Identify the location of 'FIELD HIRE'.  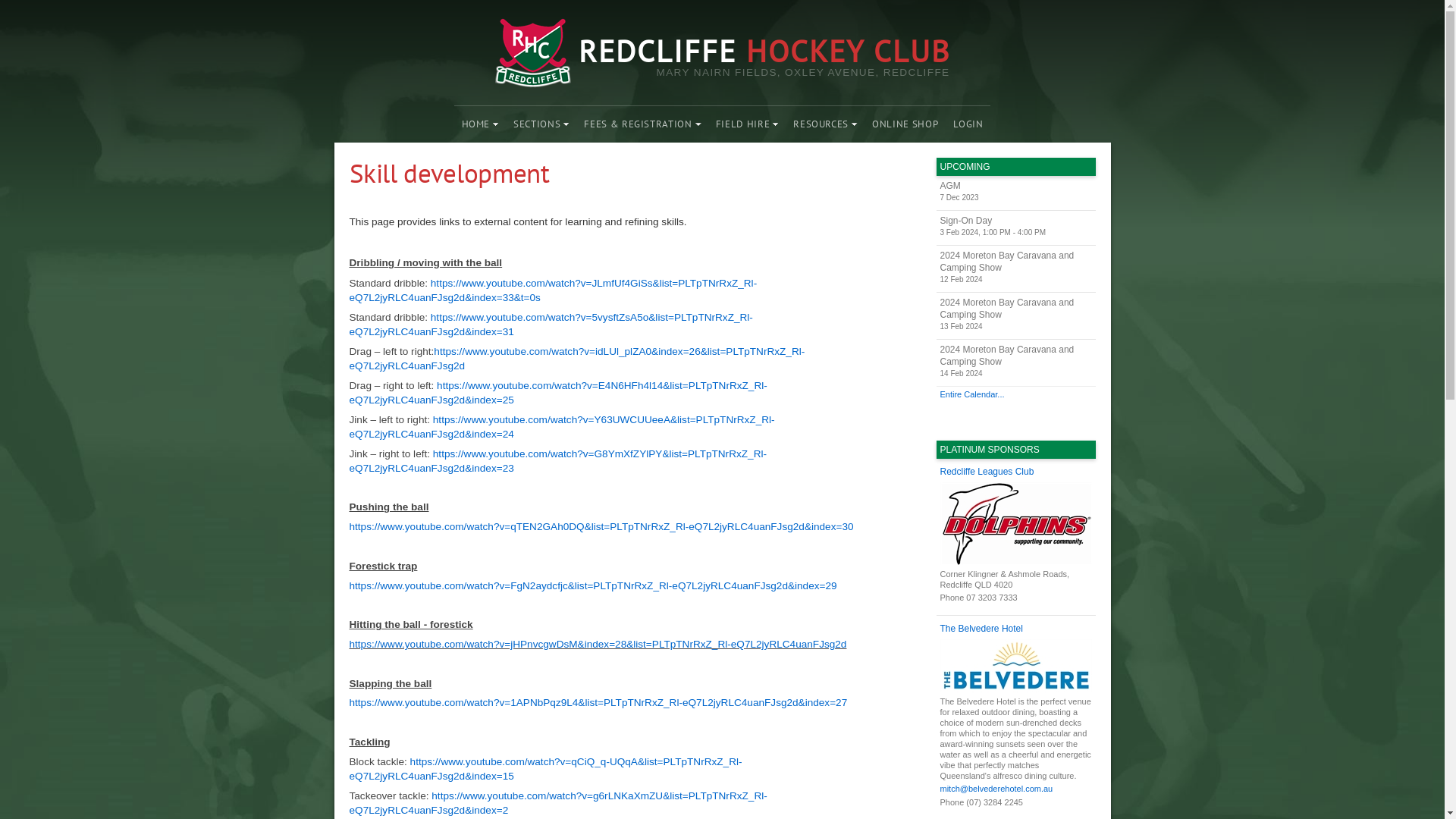
(747, 124).